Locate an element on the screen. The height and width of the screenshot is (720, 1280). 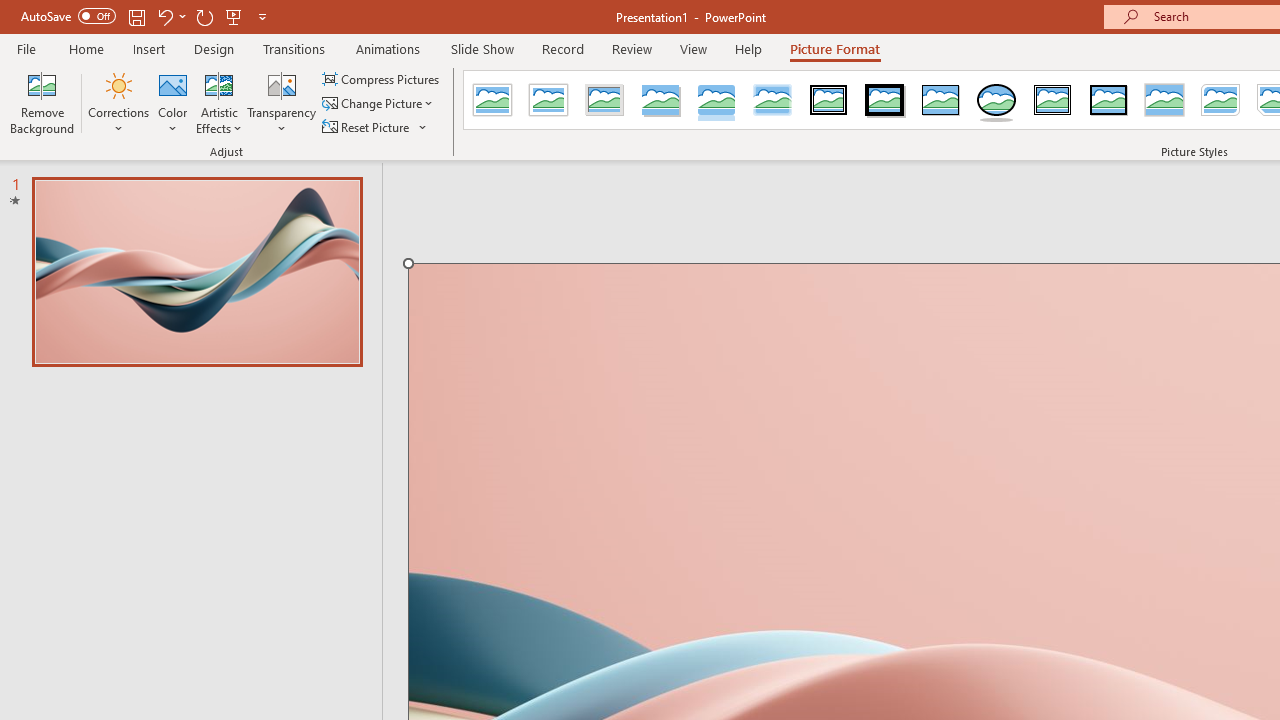
'Home' is located at coordinates (85, 48).